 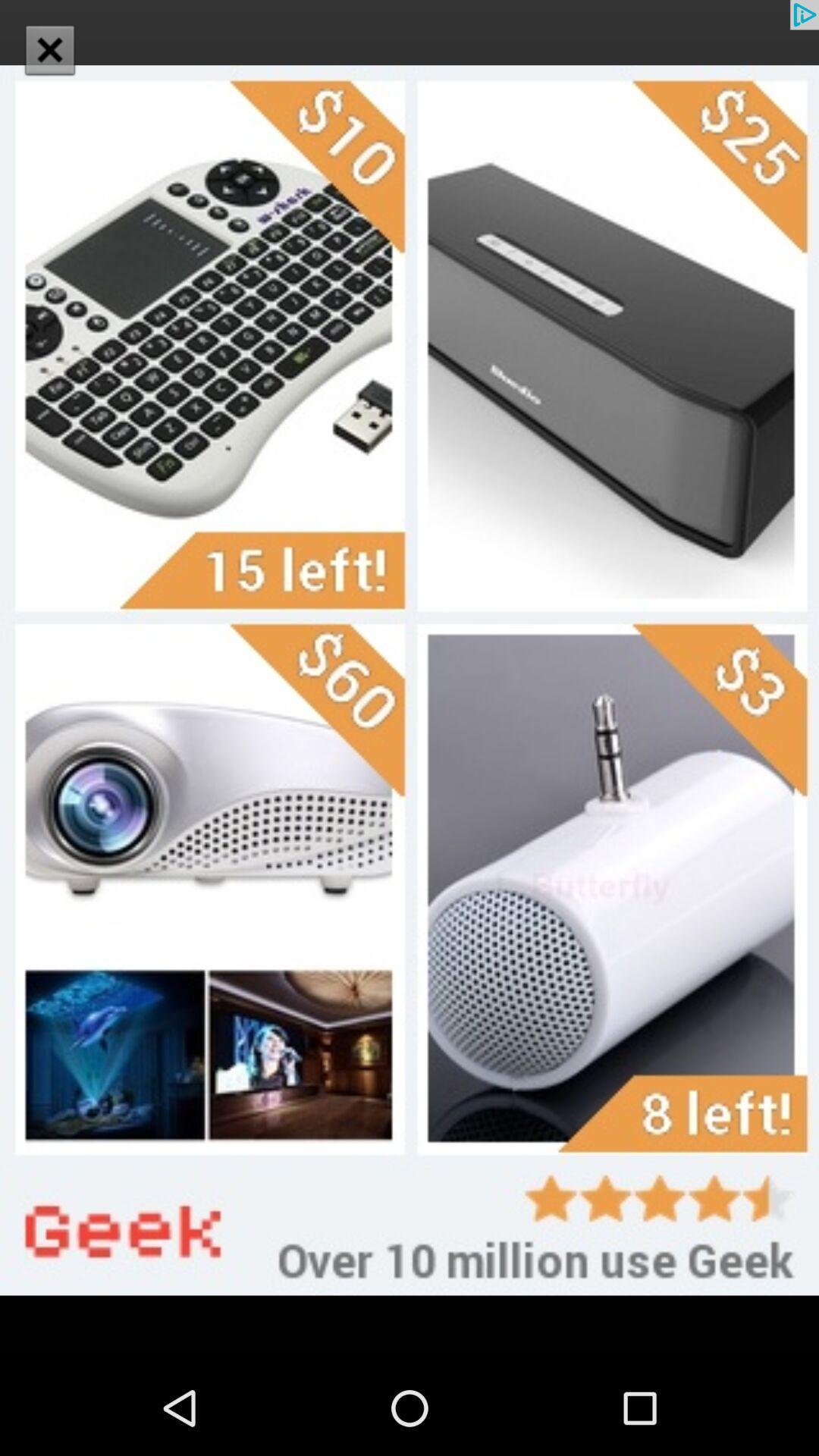 What do you see at coordinates (49, 53) in the screenshot?
I see `the close icon` at bounding box center [49, 53].